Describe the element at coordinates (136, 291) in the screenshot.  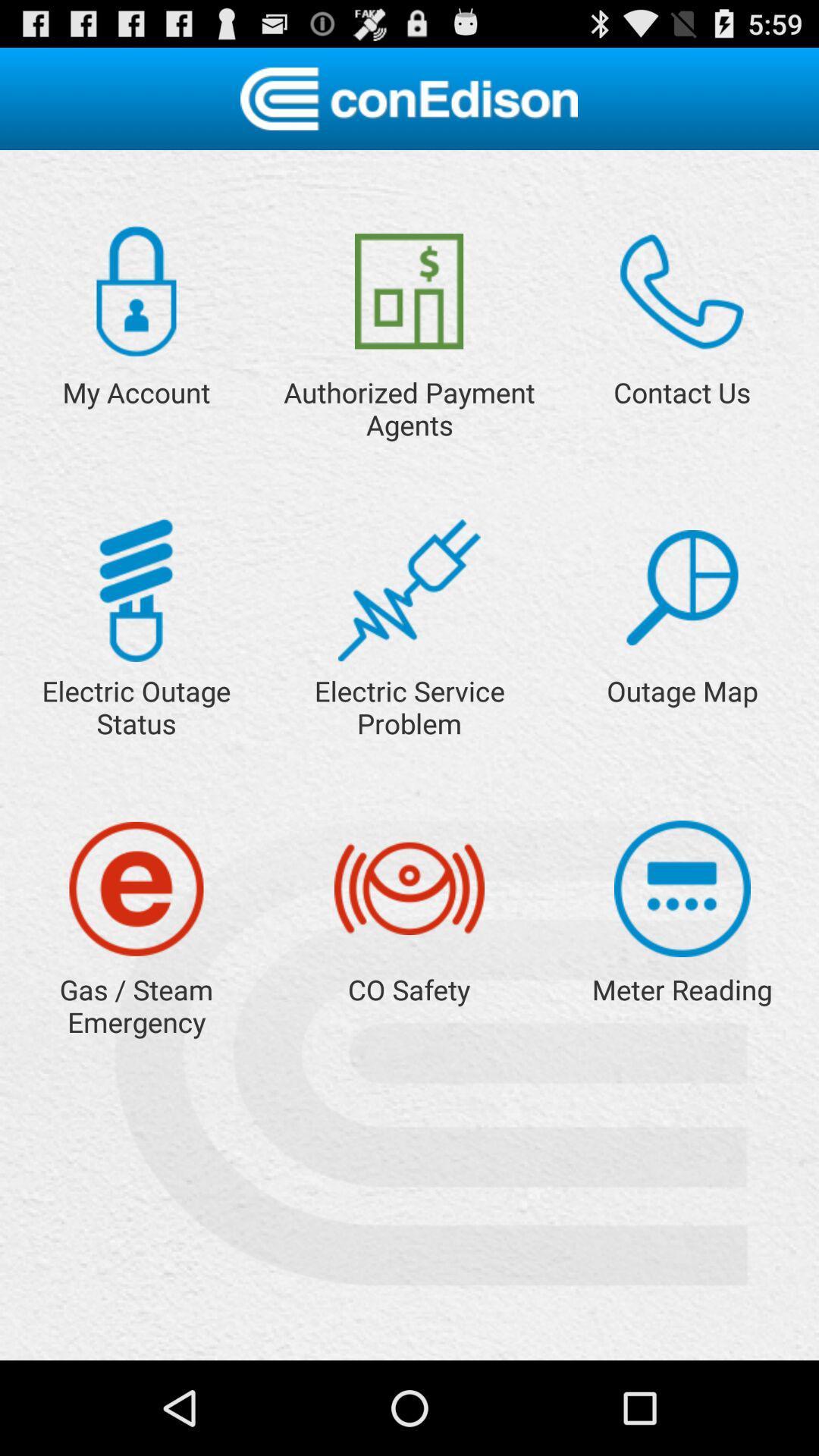
I see `user account` at that location.